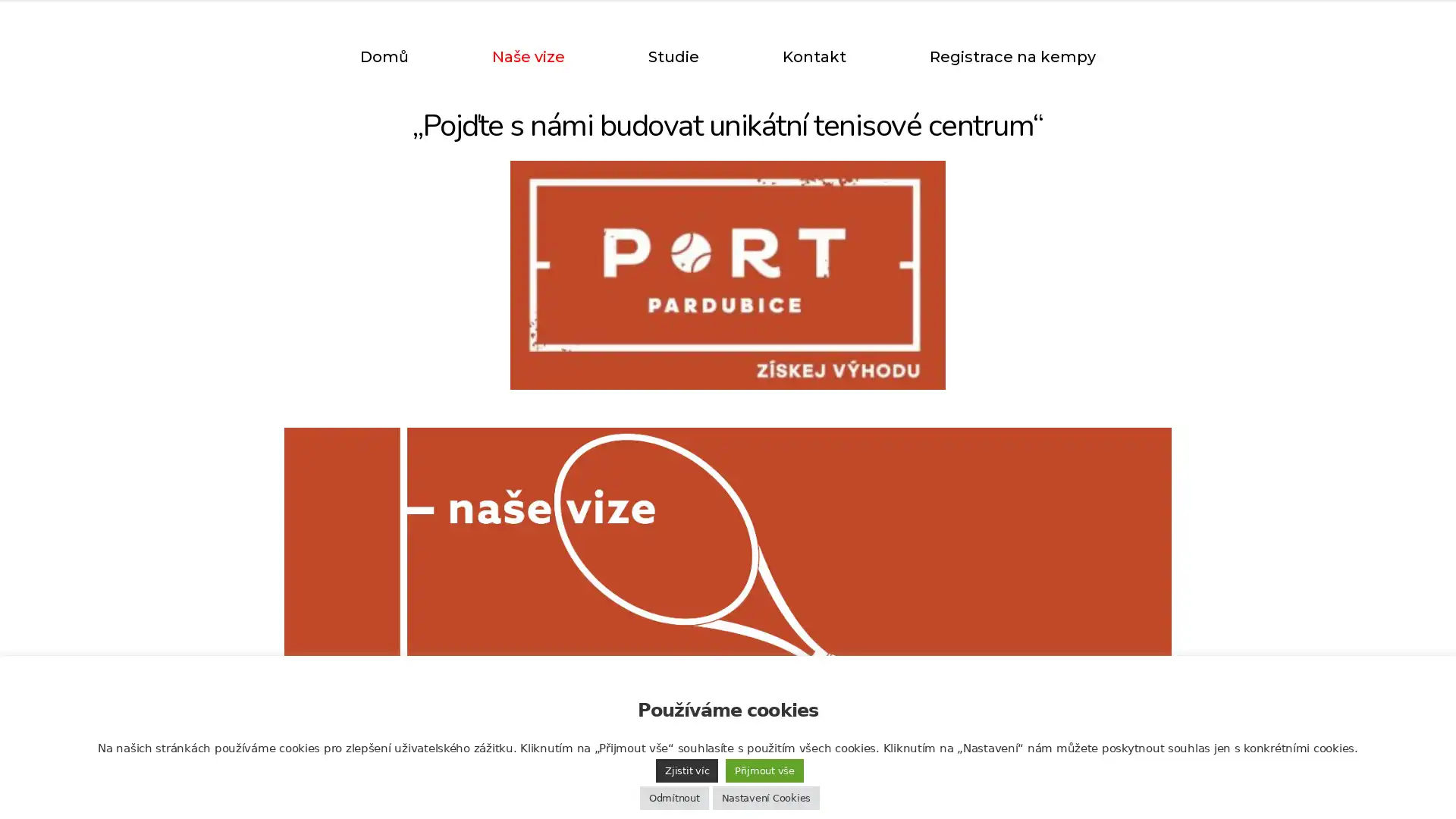 Image resolution: width=1456 pixels, height=819 pixels. I want to click on Odmitnout, so click(673, 797).